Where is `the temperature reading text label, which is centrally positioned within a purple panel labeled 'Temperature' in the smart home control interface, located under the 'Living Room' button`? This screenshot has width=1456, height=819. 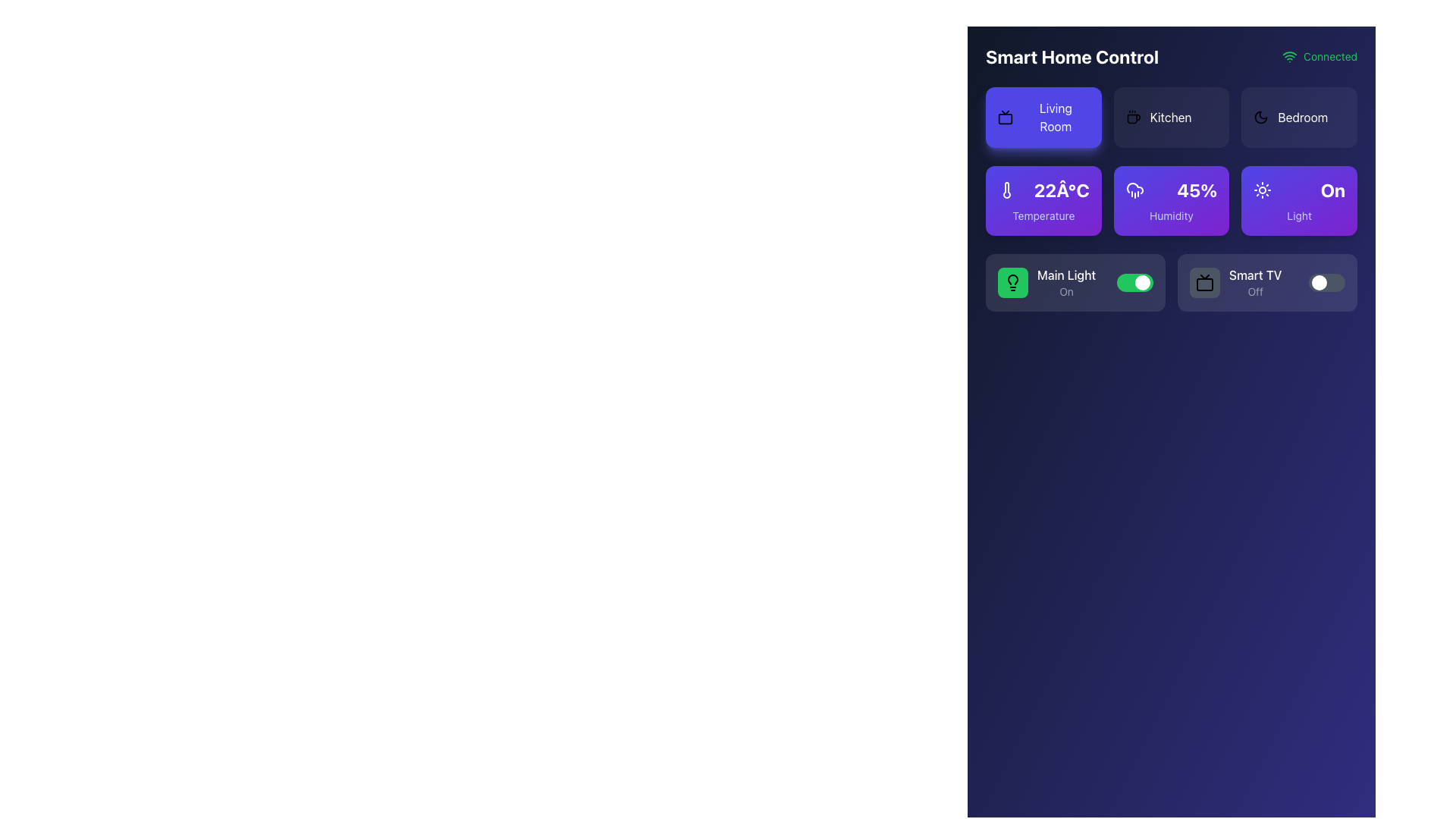 the temperature reading text label, which is centrally positioned within a purple panel labeled 'Temperature' in the smart home control interface, located under the 'Living Room' button is located at coordinates (1061, 189).